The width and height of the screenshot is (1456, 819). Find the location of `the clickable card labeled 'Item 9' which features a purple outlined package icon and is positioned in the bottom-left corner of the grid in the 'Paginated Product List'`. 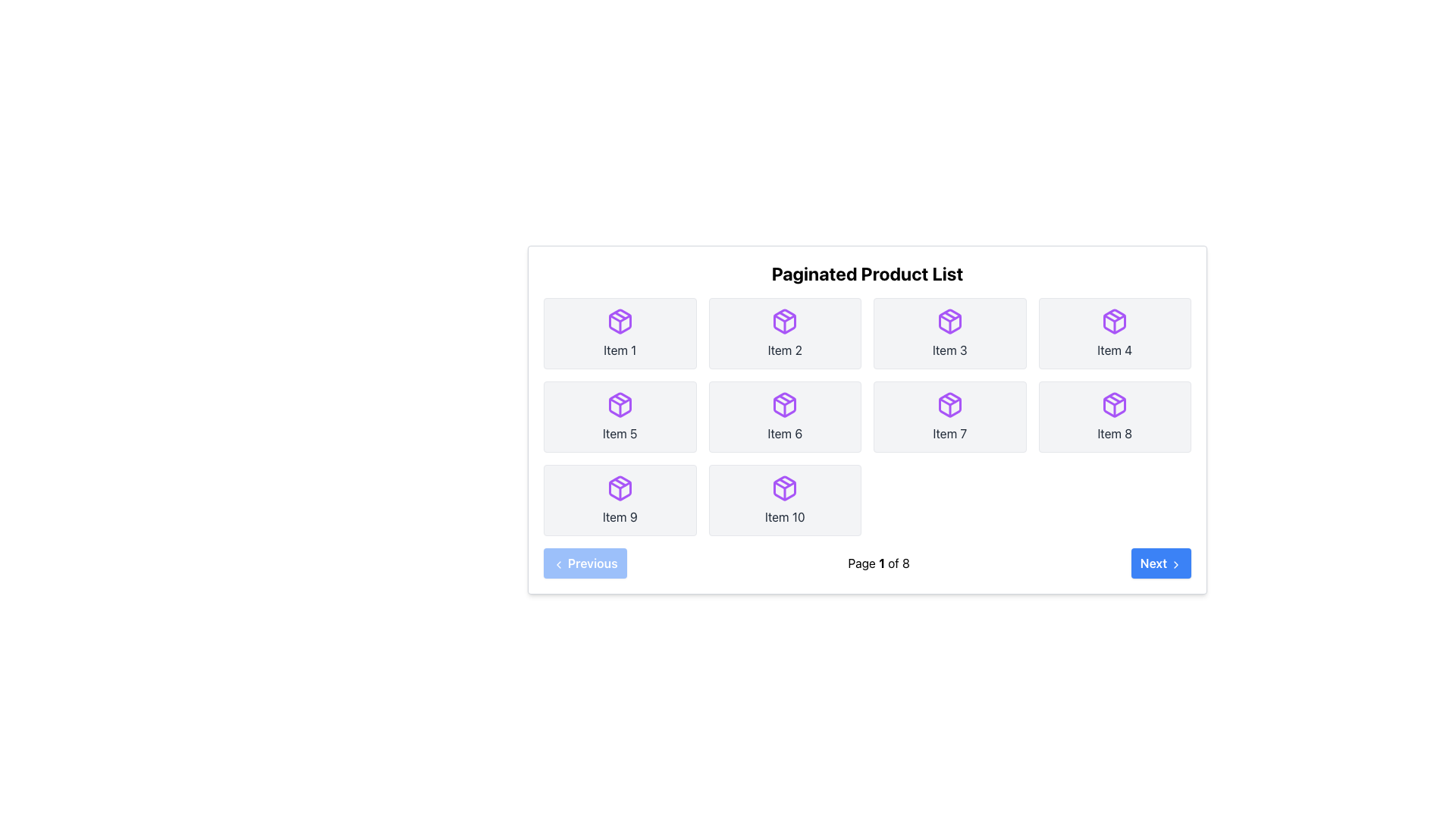

the clickable card labeled 'Item 9' which features a purple outlined package icon and is positioned in the bottom-left corner of the grid in the 'Paginated Product List' is located at coordinates (620, 500).